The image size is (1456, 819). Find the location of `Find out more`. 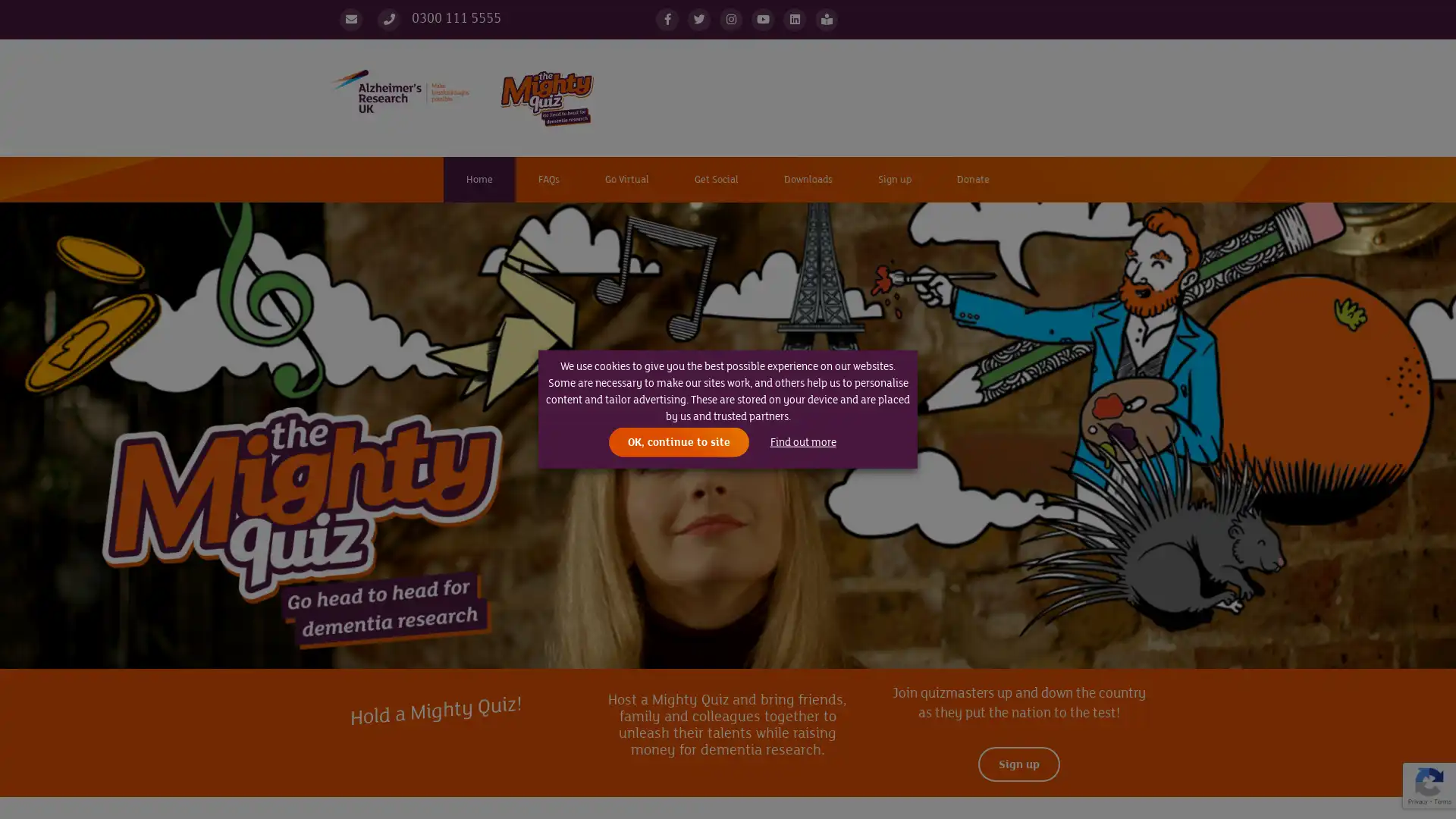

Find out more is located at coordinates (802, 442).